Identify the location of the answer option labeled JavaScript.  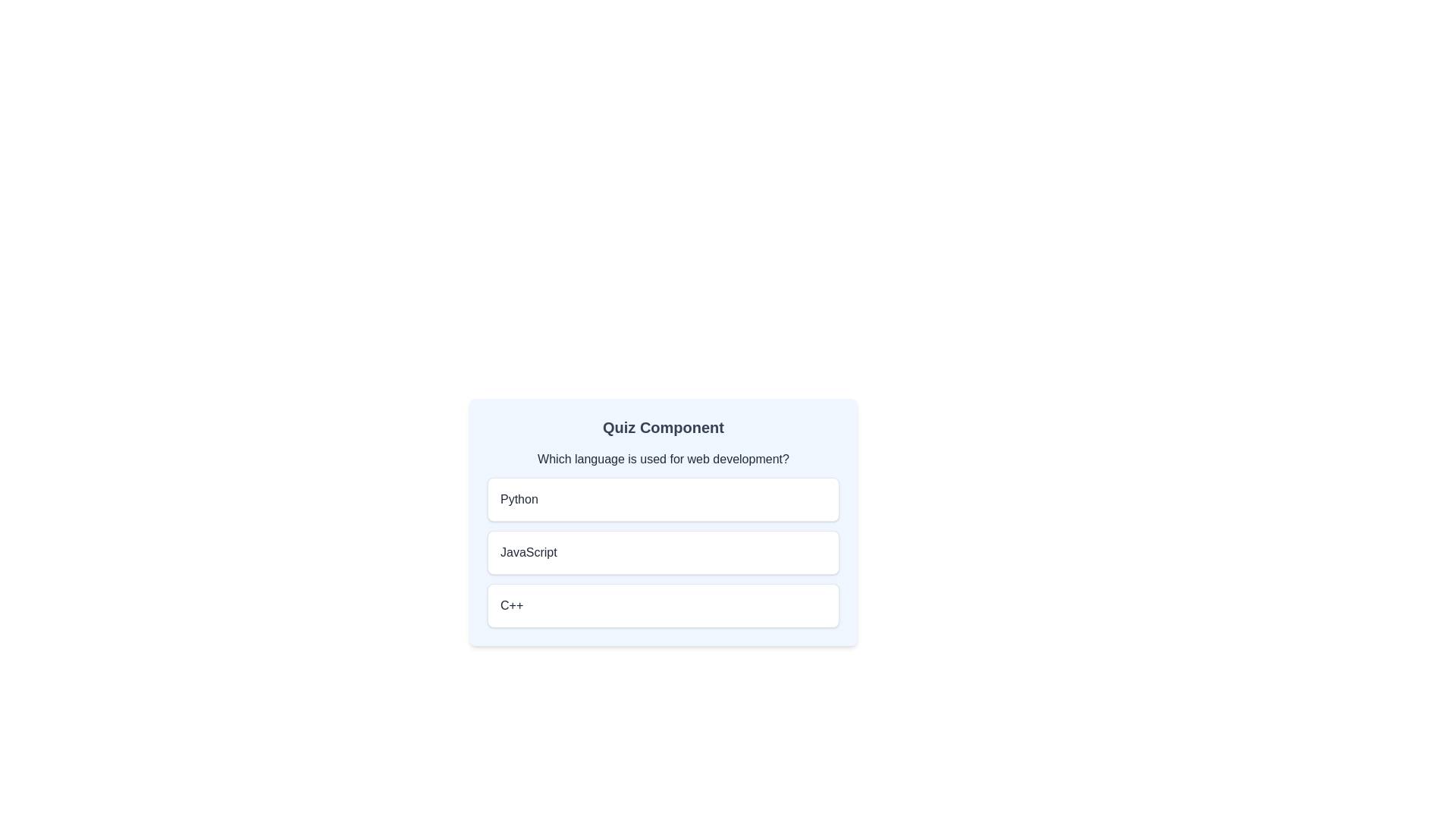
(663, 553).